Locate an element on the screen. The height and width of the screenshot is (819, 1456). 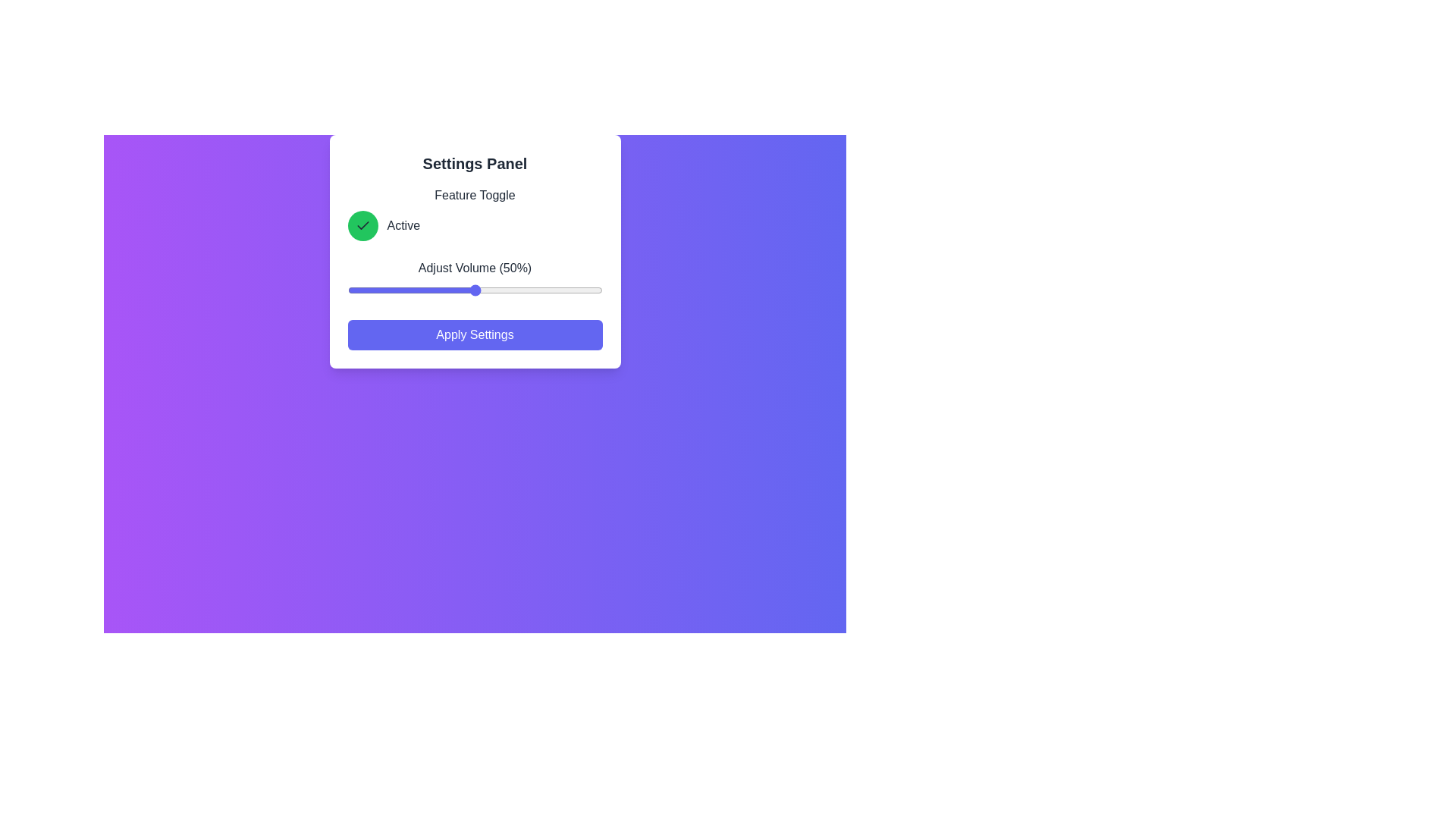
the volume is located at coordinates (451, 290).